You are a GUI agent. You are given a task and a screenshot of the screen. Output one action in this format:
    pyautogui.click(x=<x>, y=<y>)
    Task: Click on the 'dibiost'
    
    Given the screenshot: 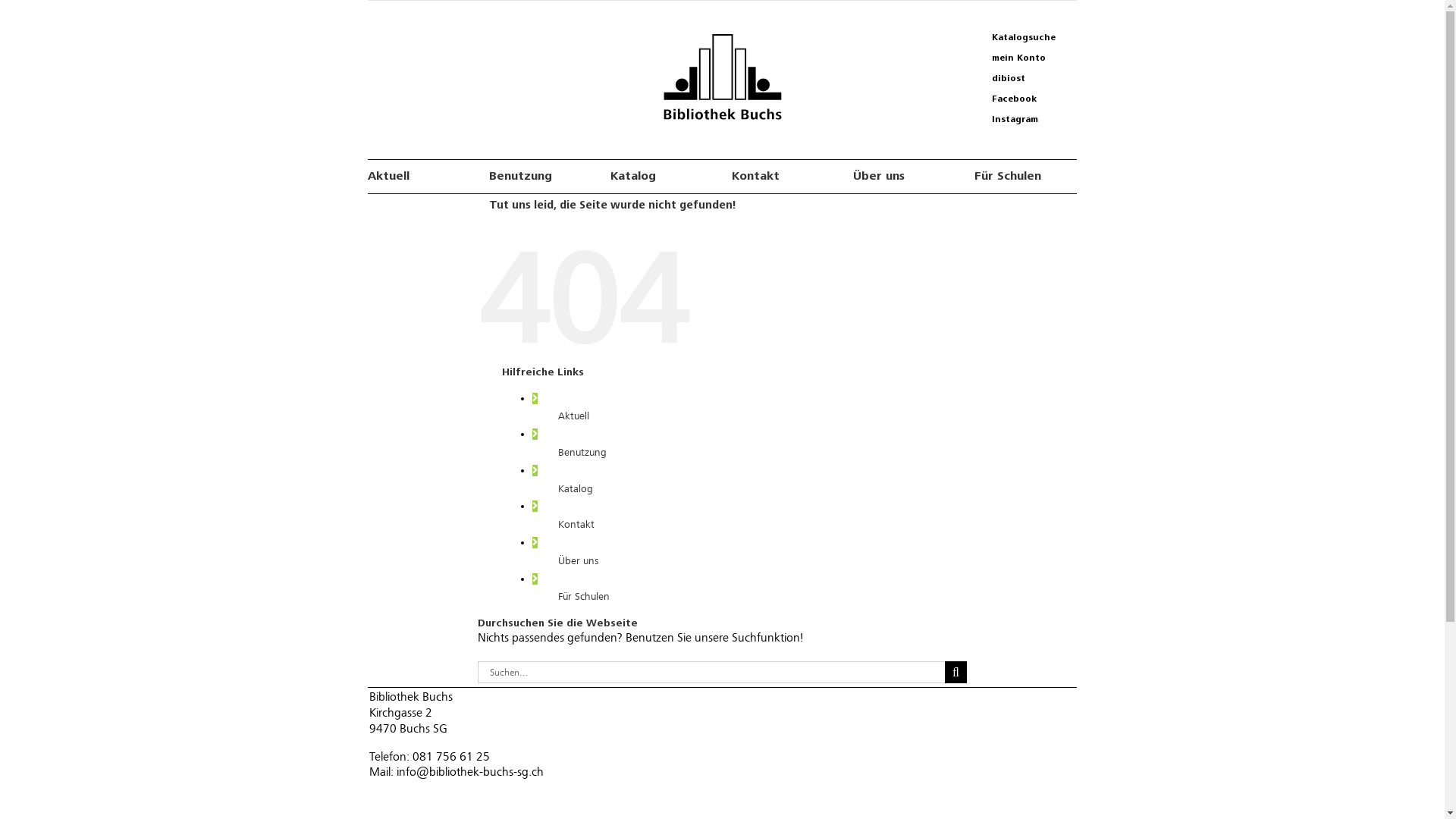 What is the action you would take?
    pyautogui.click(x=971, y=79)
    